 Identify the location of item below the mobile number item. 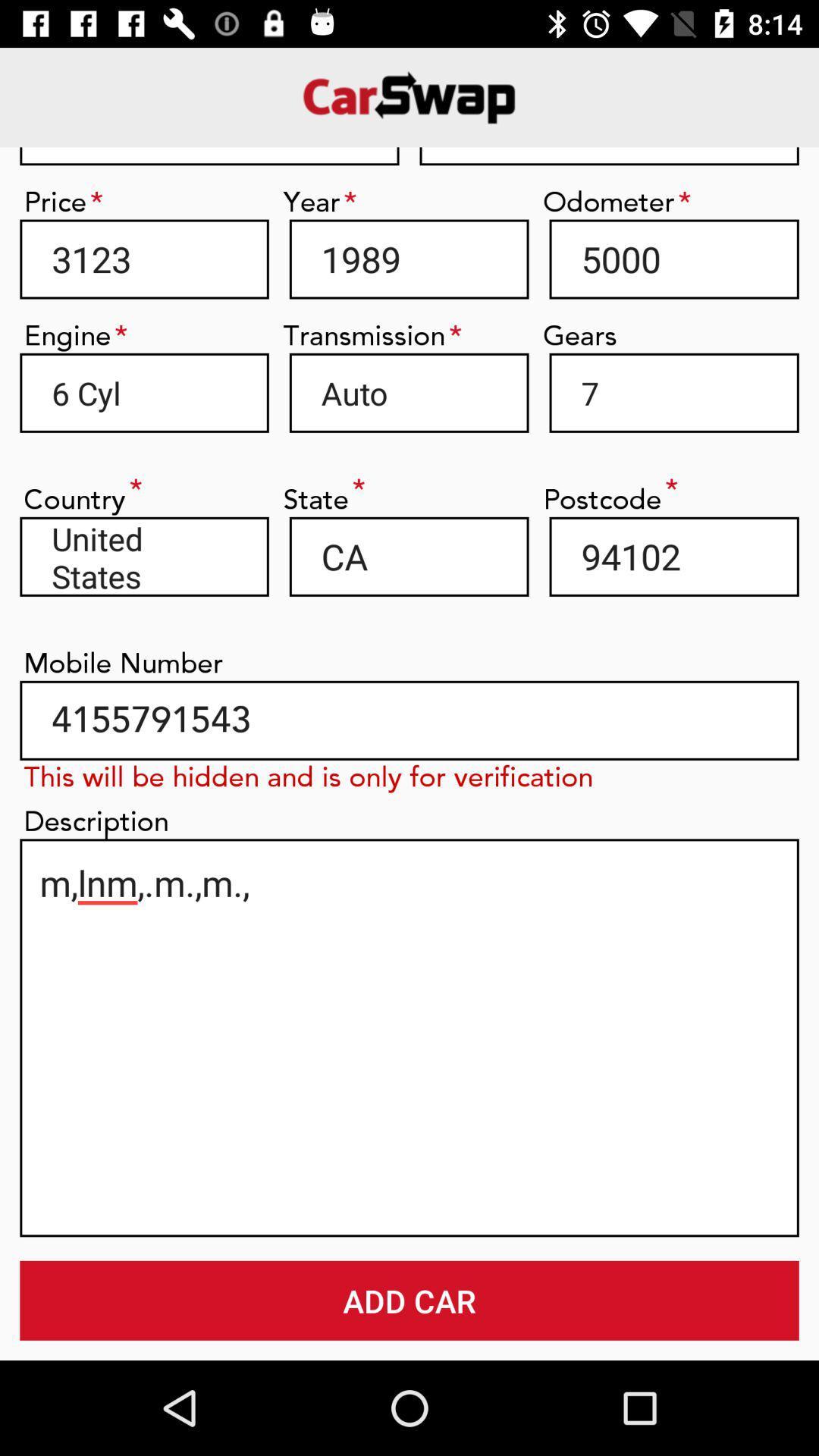
(409, 720).